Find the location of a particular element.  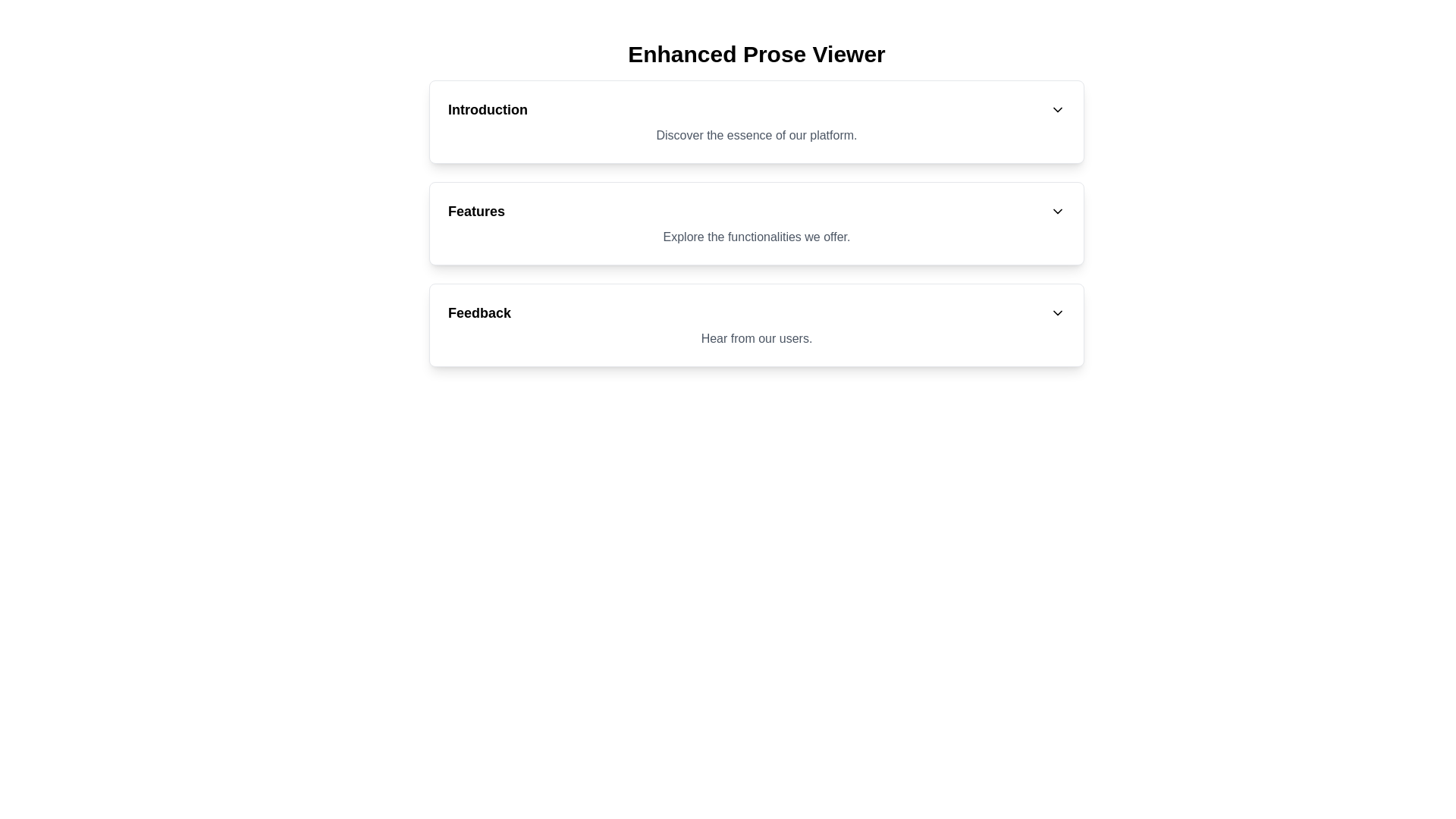

the bold text label reading 'Feedback' which is positioned on the left side of the third section, between 'Features' and an empty space is located at coordinates (479, 312).